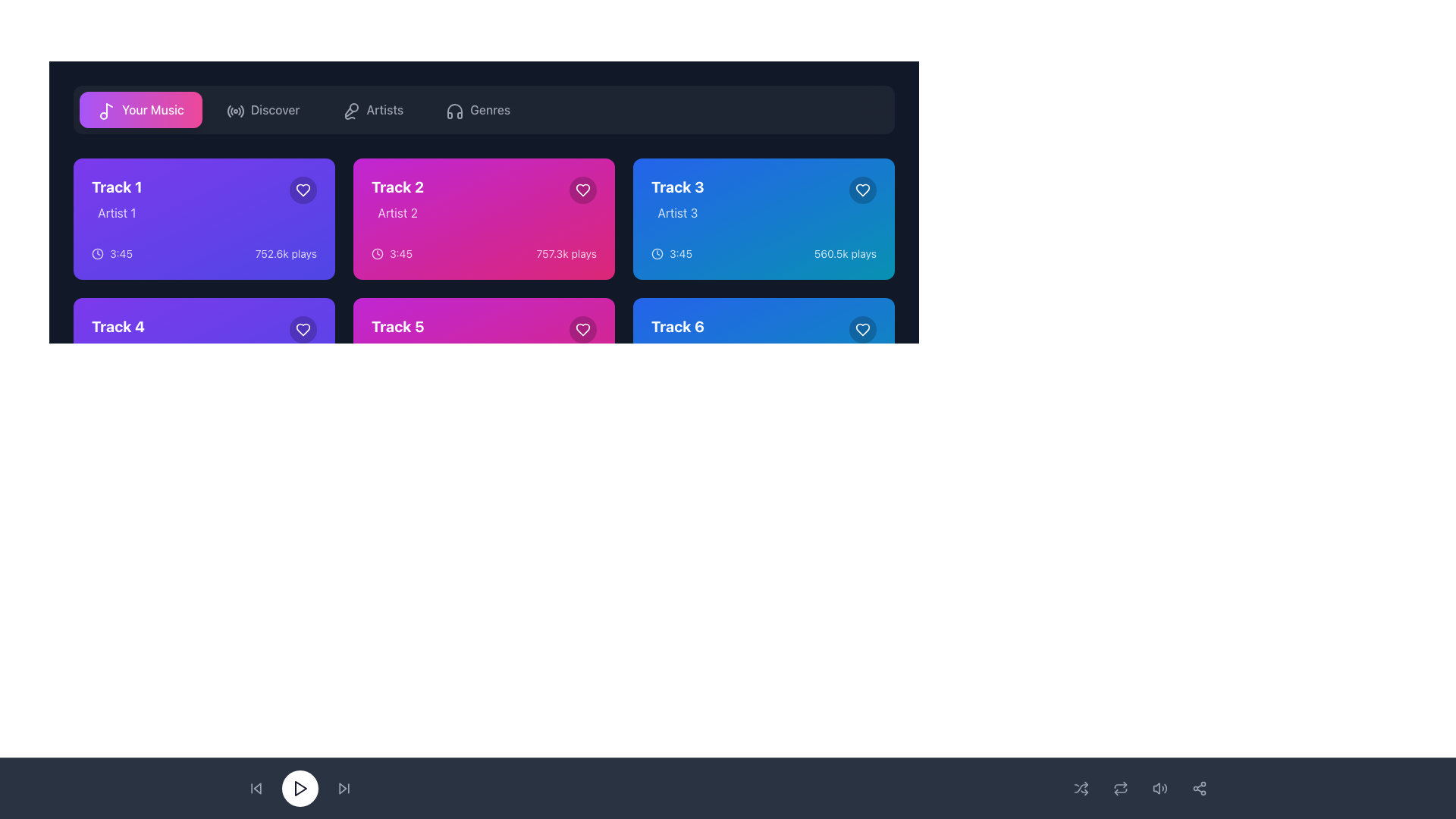 The height and width of the screenshot is (819, 1456). Describe the element at coordinates (397, 326) in the screenshot. I see `the bold text label 'Track 5' located in the top-left corner of the card with a magenta background` at that location.